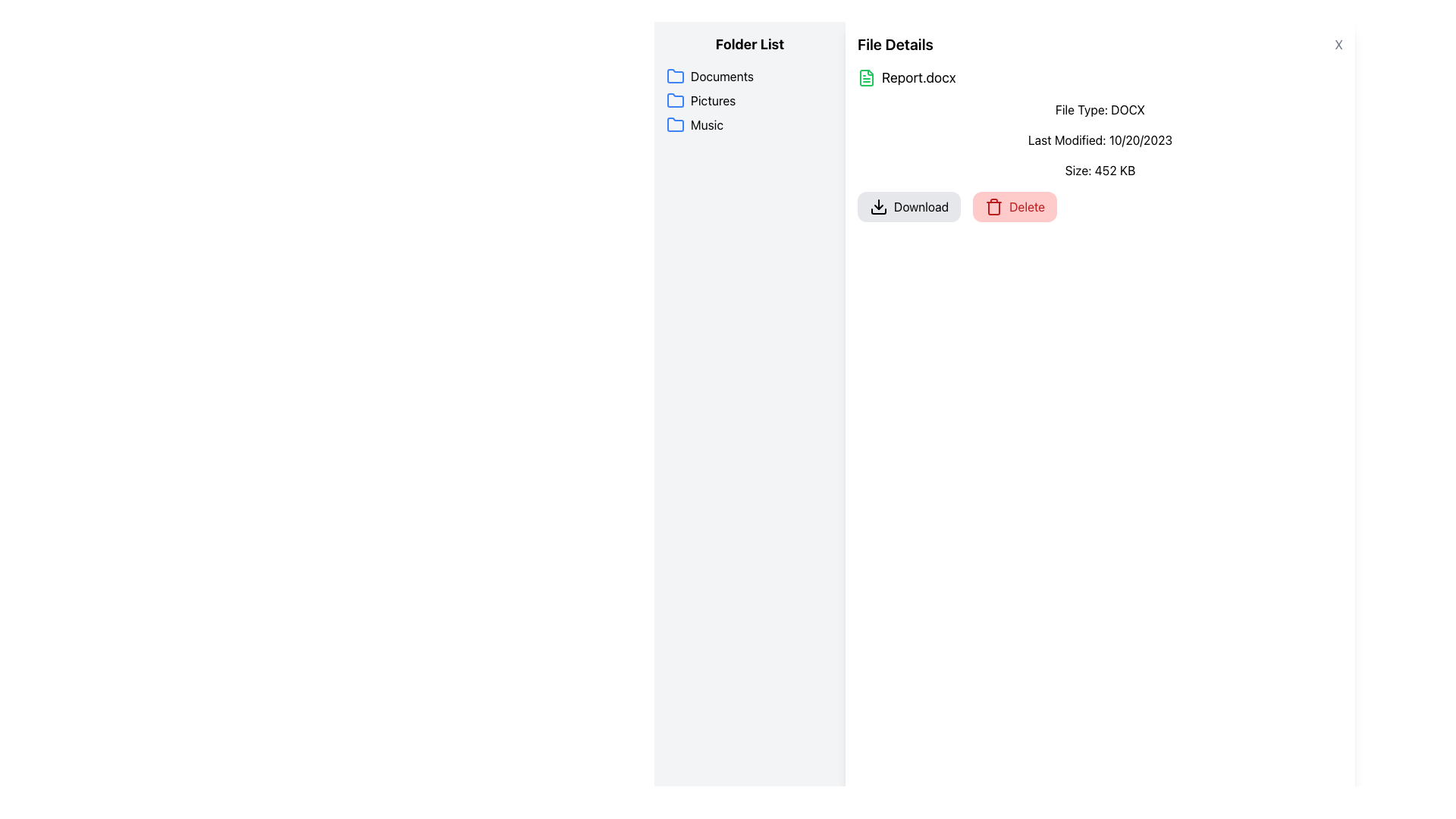  What do you see at coordinates (1015, 207) in the screenshot?
I see `the 'Delete' button with rounded corners, red background, and trash can icon` at bounding box center [1015, 207].